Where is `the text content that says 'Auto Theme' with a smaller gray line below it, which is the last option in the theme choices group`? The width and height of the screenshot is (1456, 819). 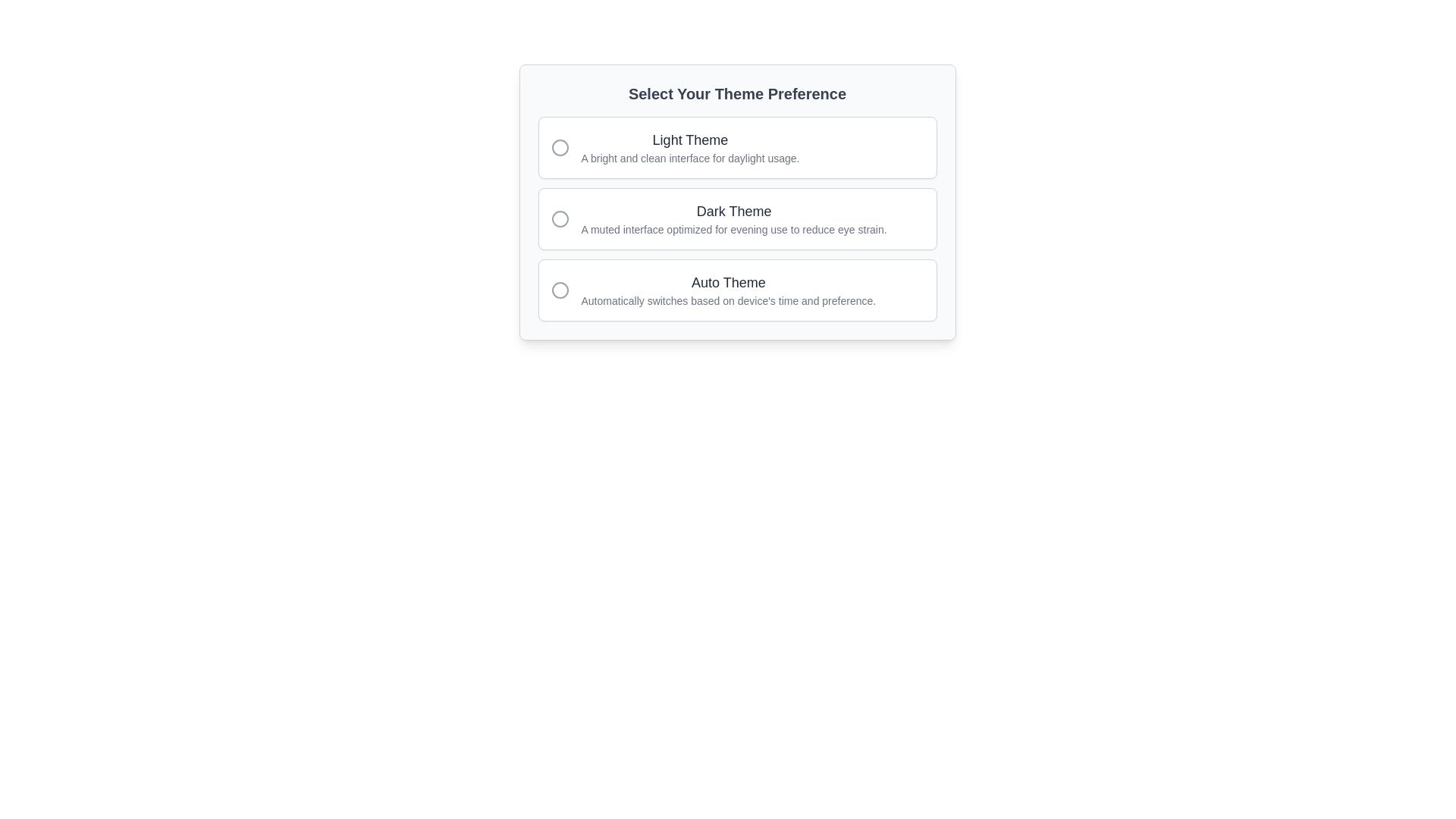 the text content that says 'Auto Theme' with a smaller gray line below it, which is the last option in the theme choices group is located at coordinates (728, 290).